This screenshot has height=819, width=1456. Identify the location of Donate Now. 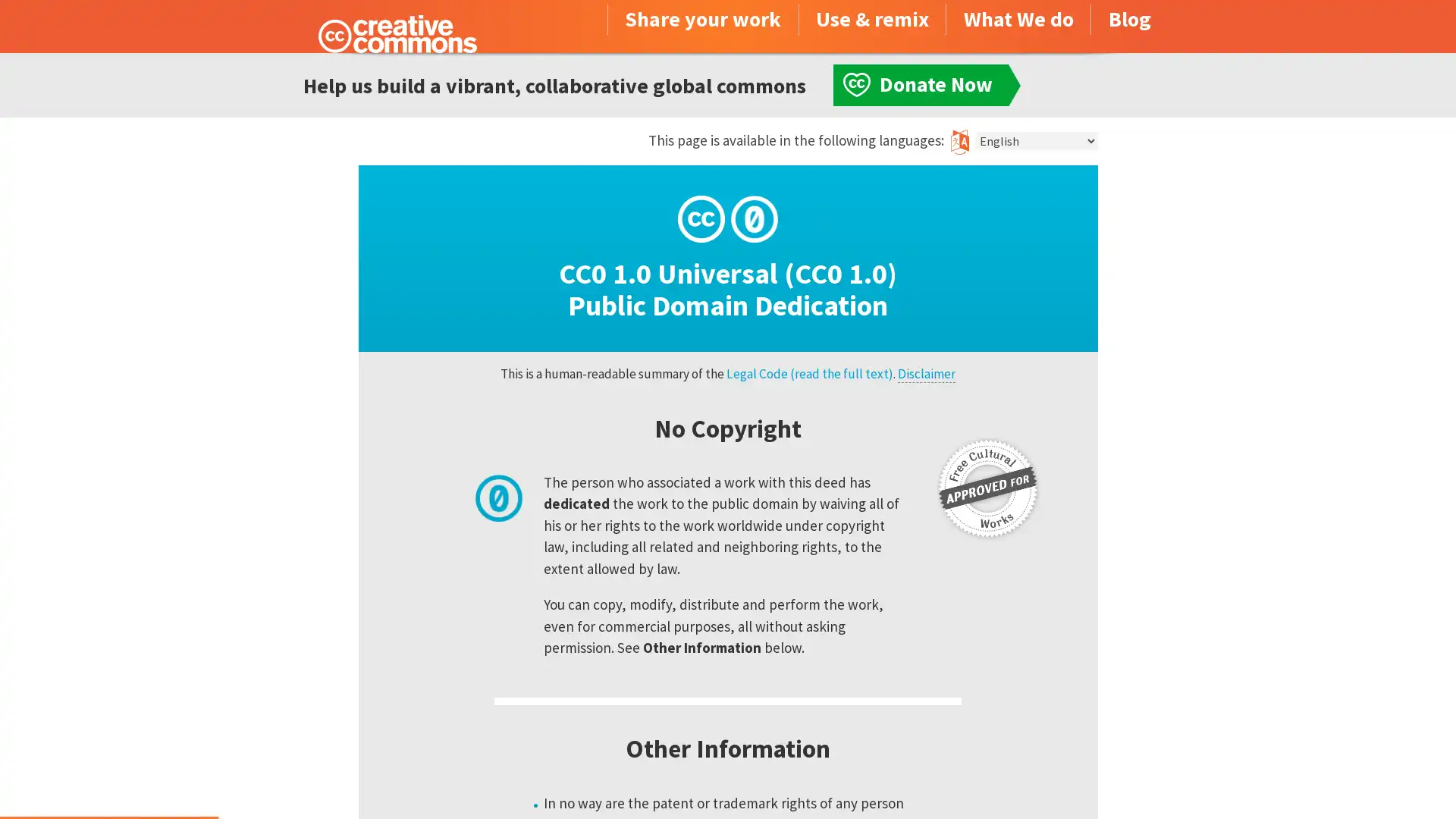
(108, 778).